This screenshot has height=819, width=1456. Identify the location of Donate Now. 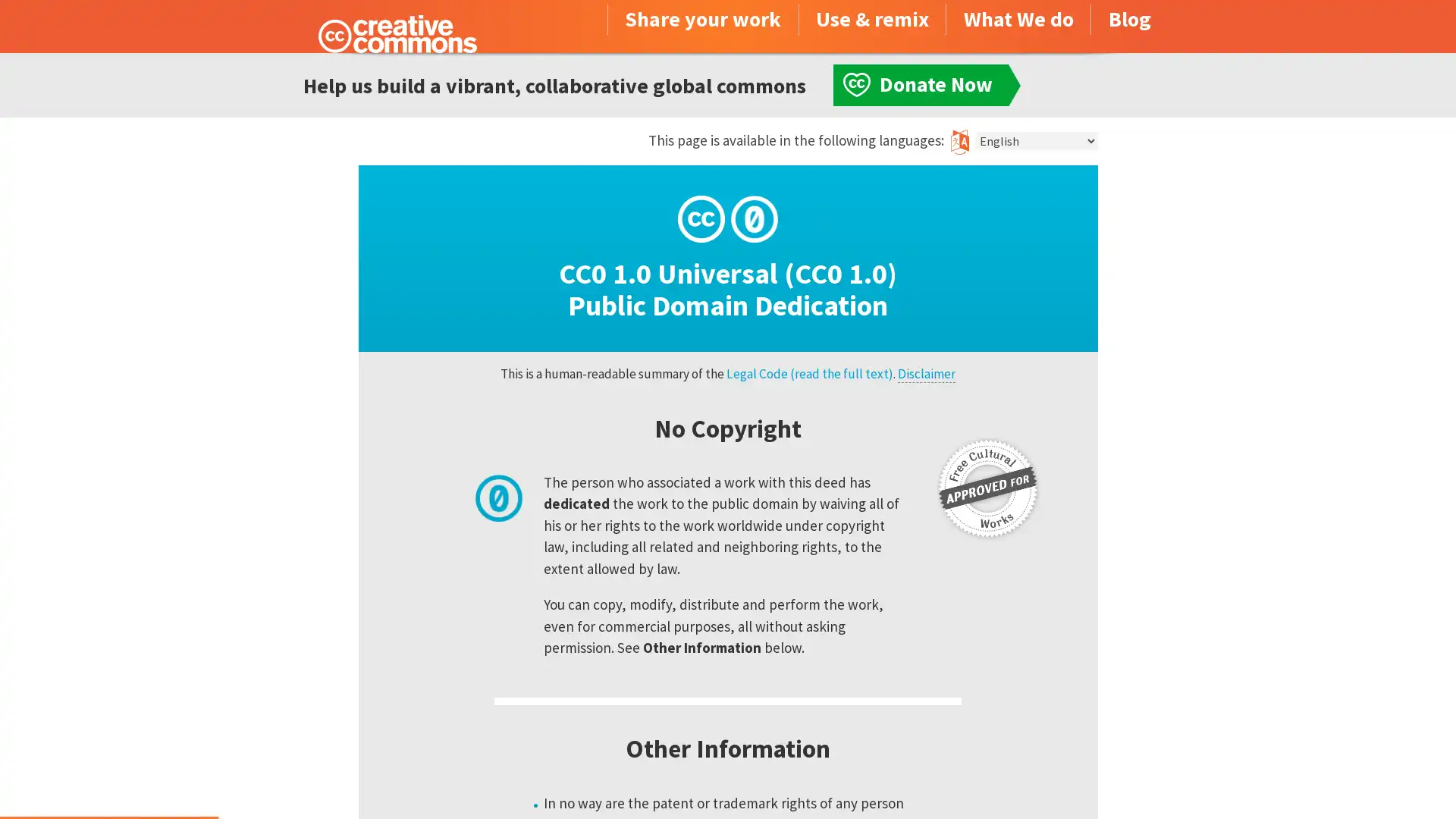
(108, 778).